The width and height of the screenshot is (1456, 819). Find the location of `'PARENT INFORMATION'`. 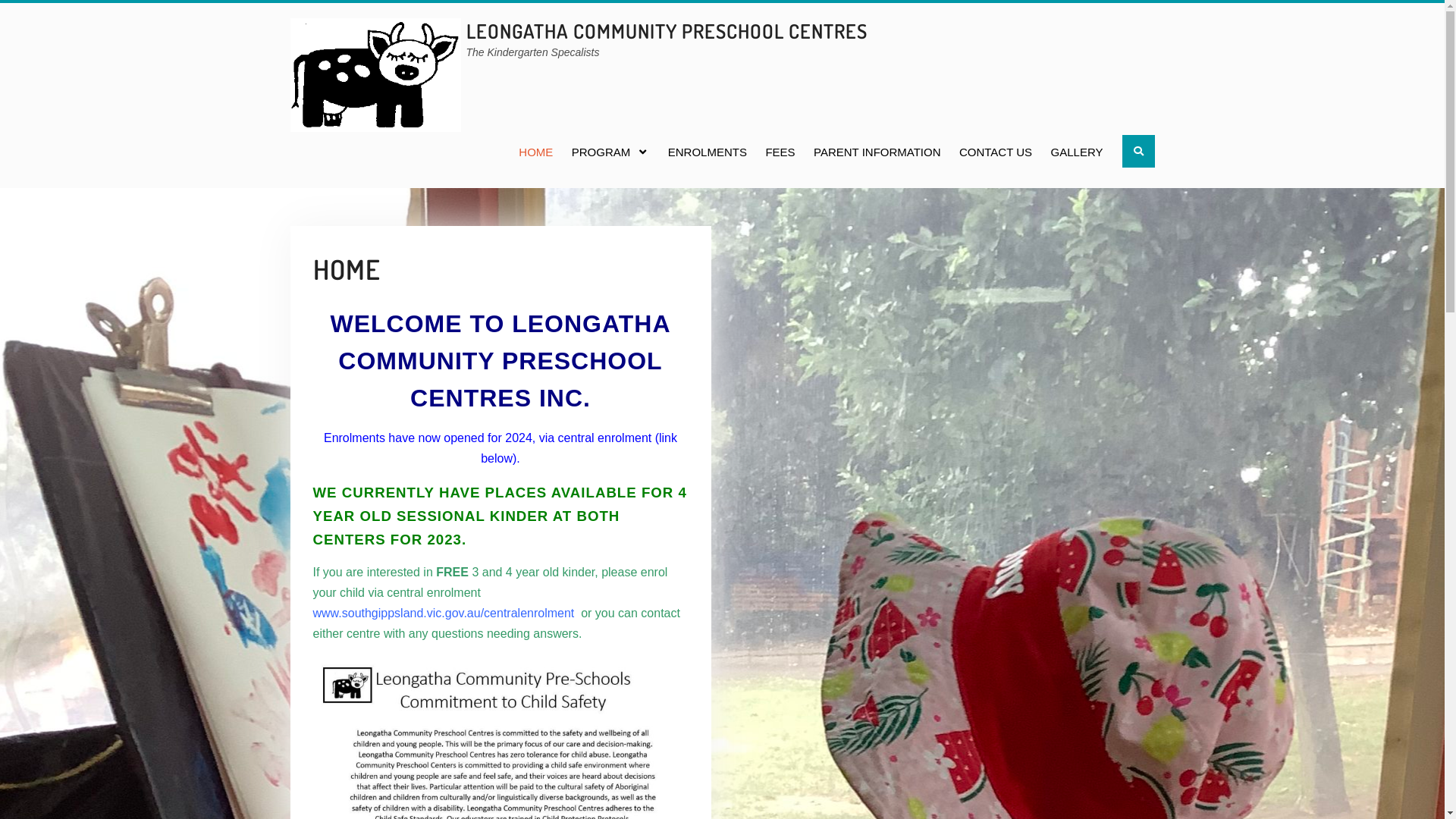

'PARENT INFORMATION' is located at coordinates (877, 152).